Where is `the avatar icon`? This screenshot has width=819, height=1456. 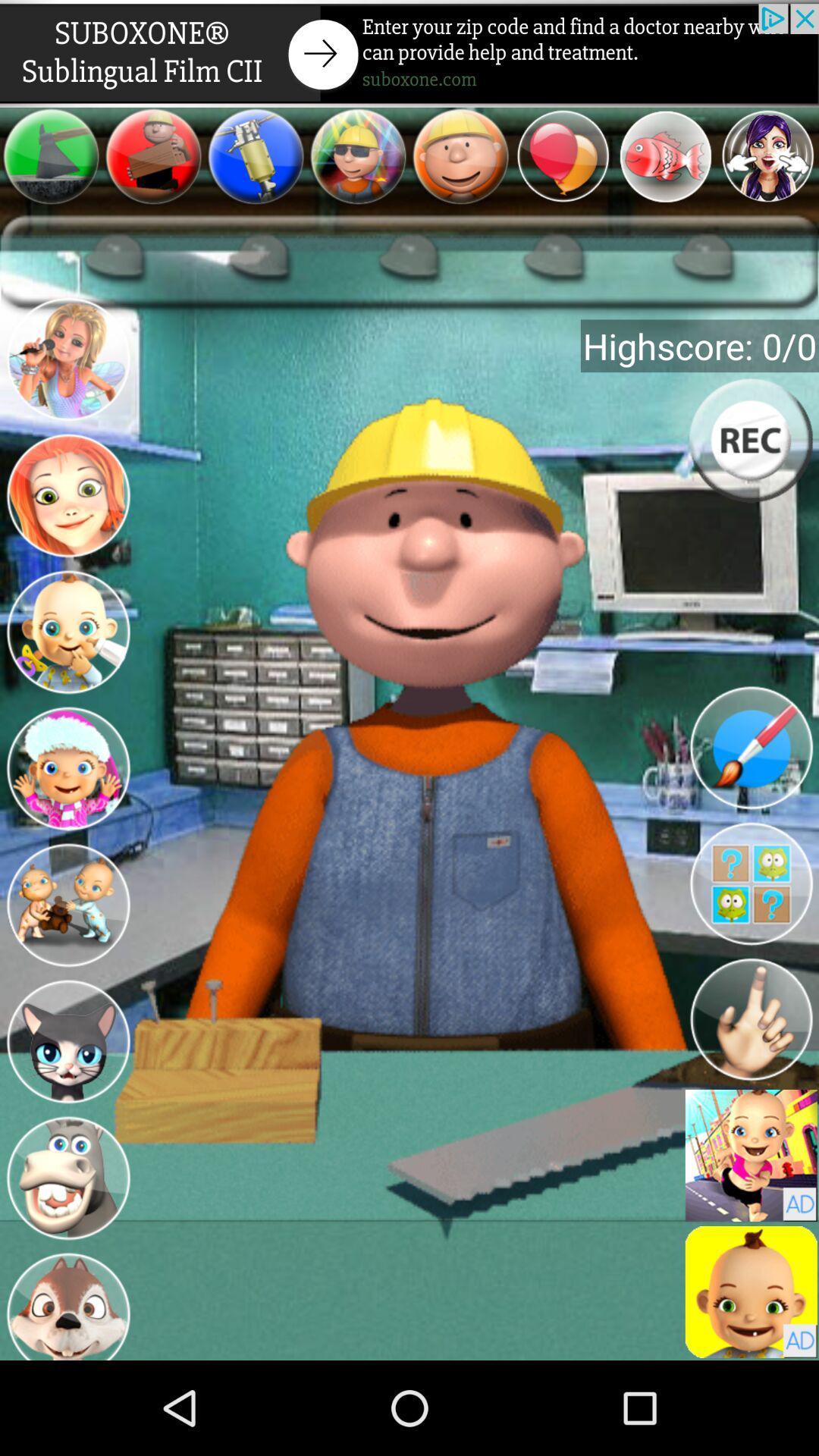
the avatar icon is located at coordinates (67, 968).